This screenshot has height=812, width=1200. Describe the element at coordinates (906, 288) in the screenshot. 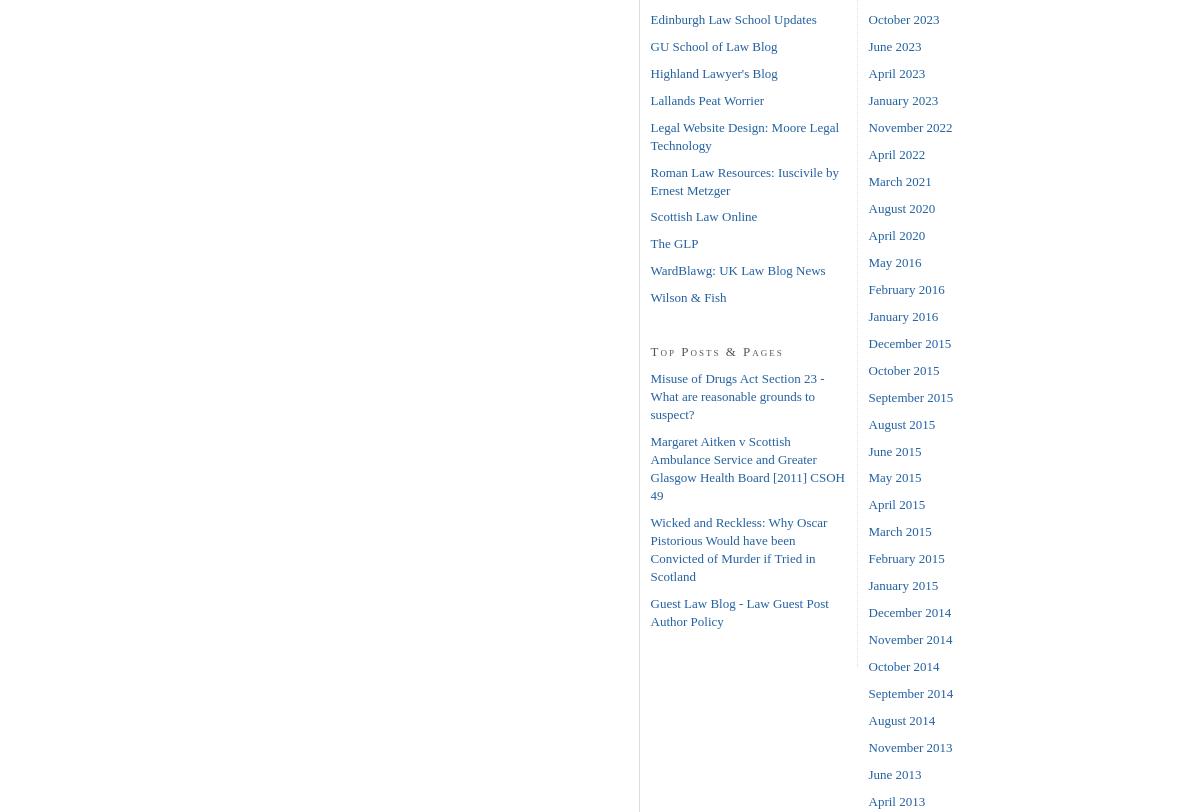

I see `'February 2016'` at that location.